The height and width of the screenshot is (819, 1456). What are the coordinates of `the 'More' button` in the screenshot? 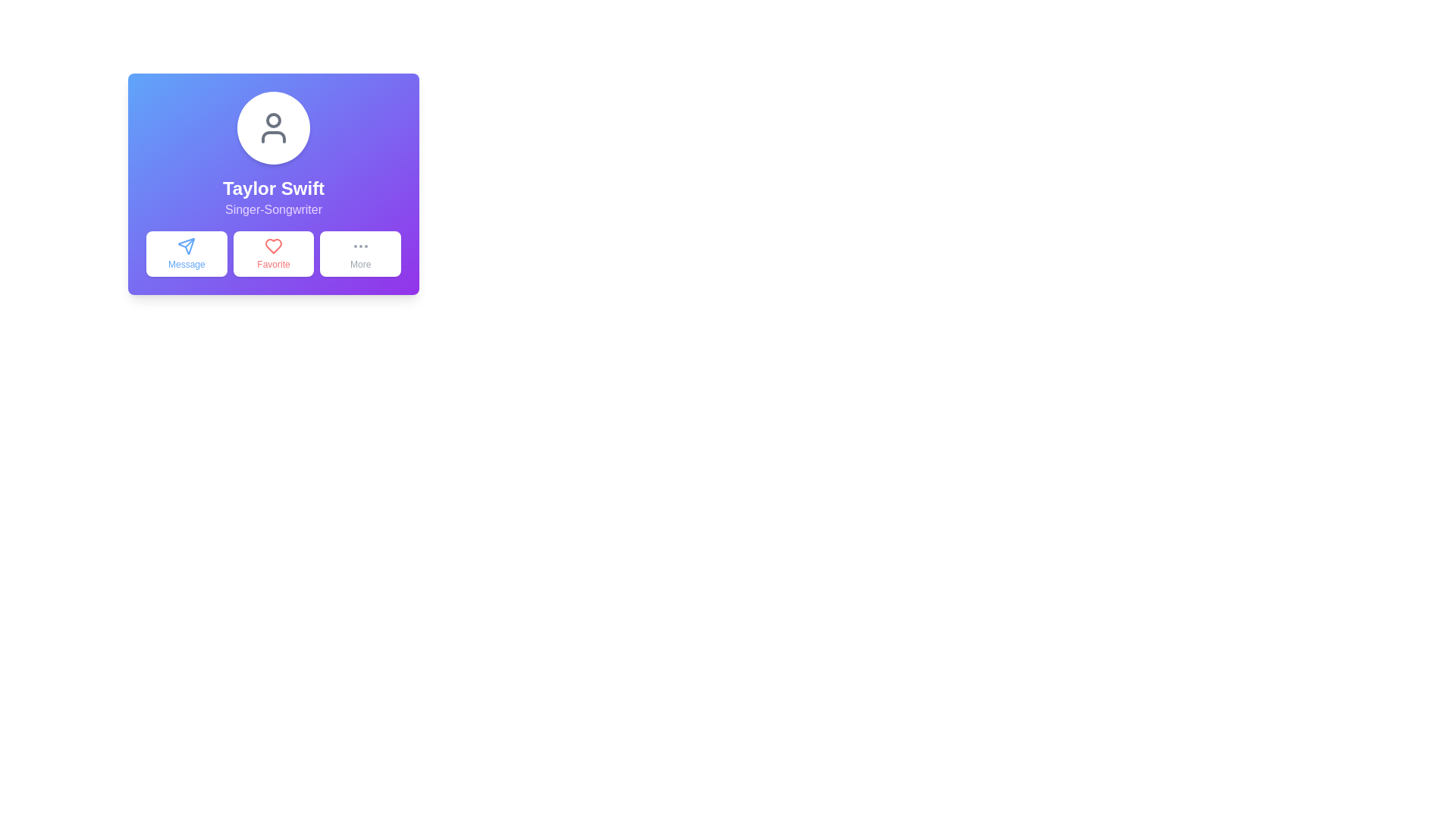 It's located at (359, 253).